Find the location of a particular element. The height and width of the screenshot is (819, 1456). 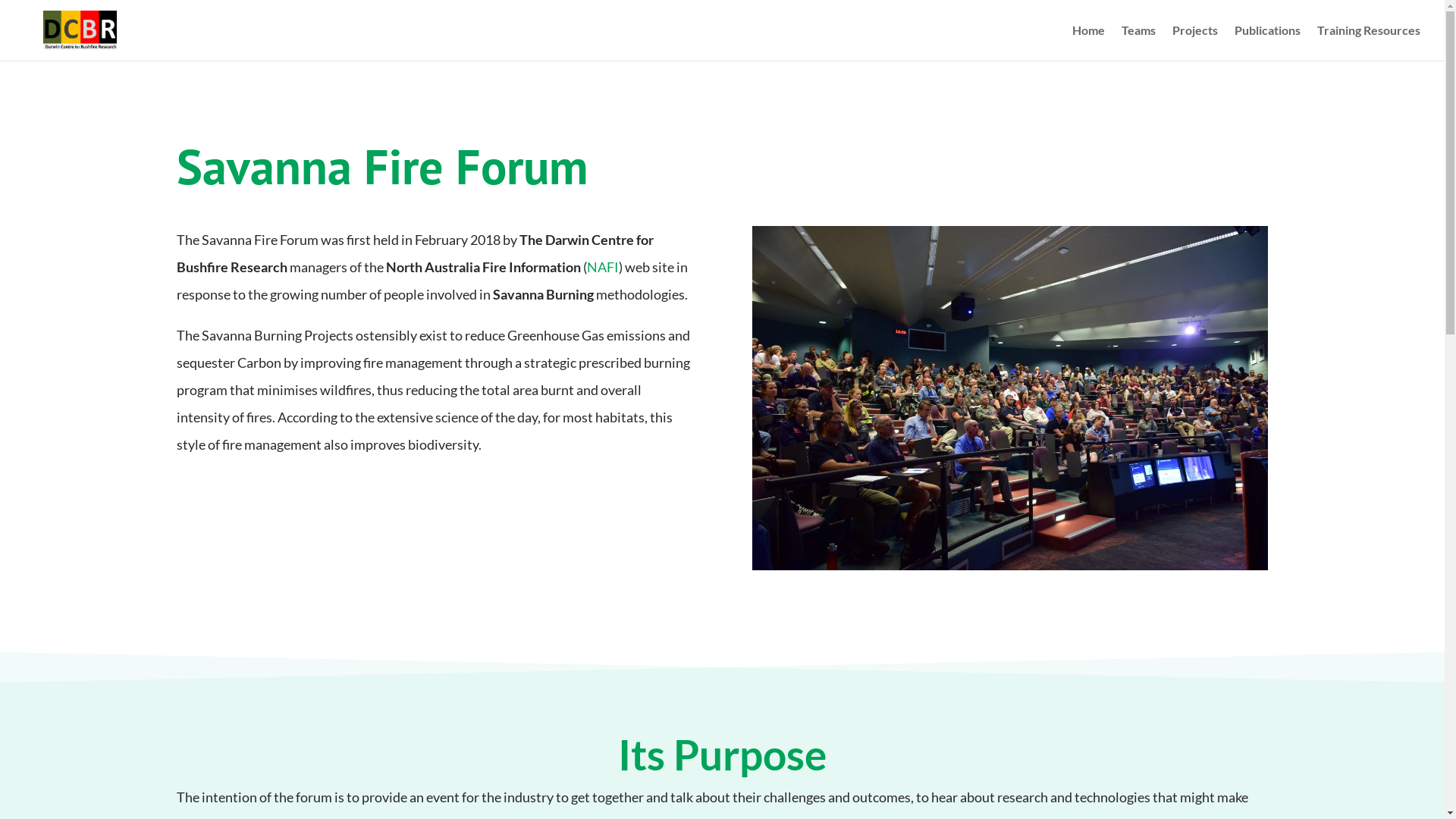

'Home' is located at coordinates (1087, 42).